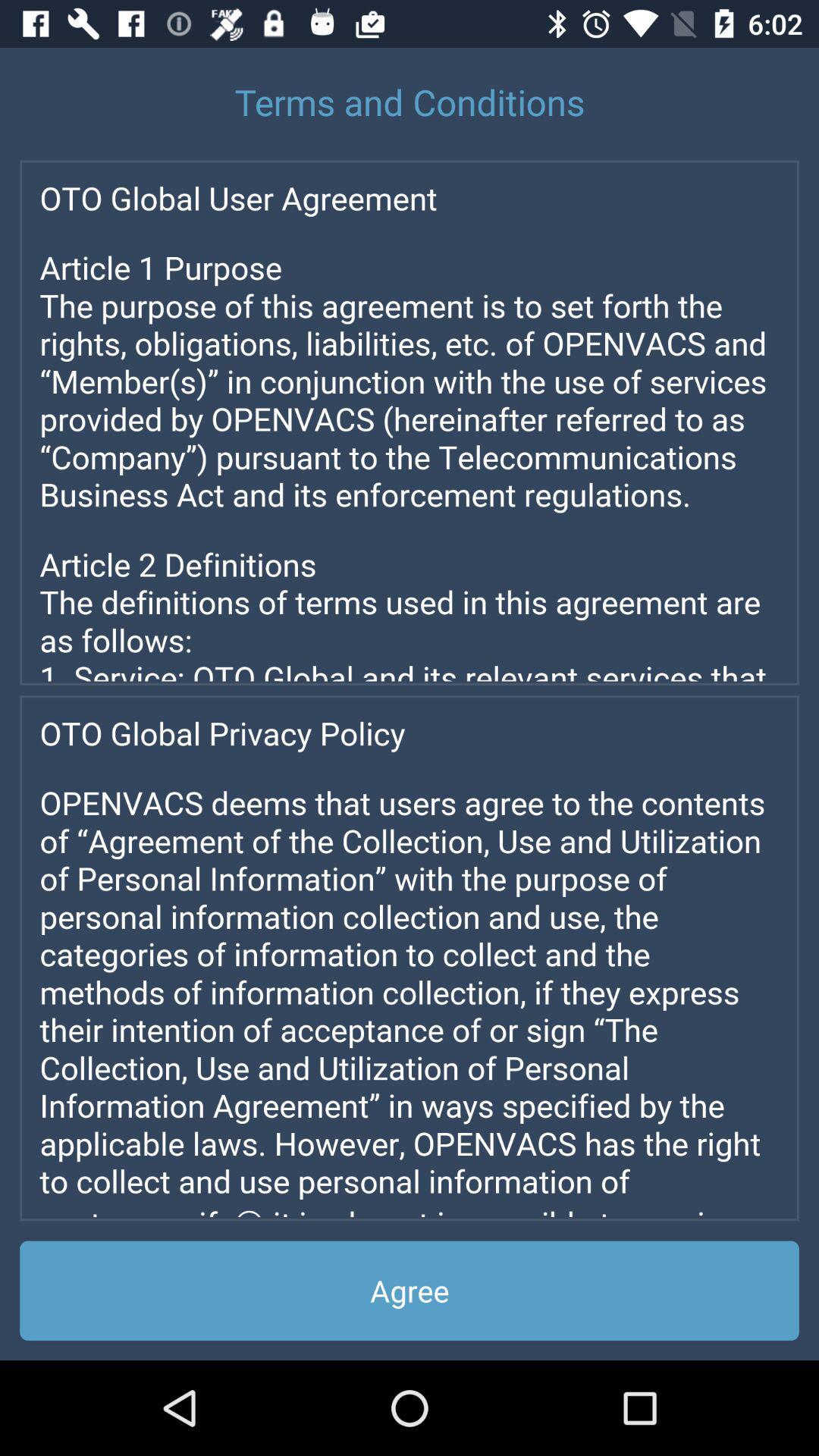 The width and height of the screenshot is (819, 1456). What do you see at coordinates (409, 422) in the screenshot?
I see `important page` at bounding box center [409, 422].